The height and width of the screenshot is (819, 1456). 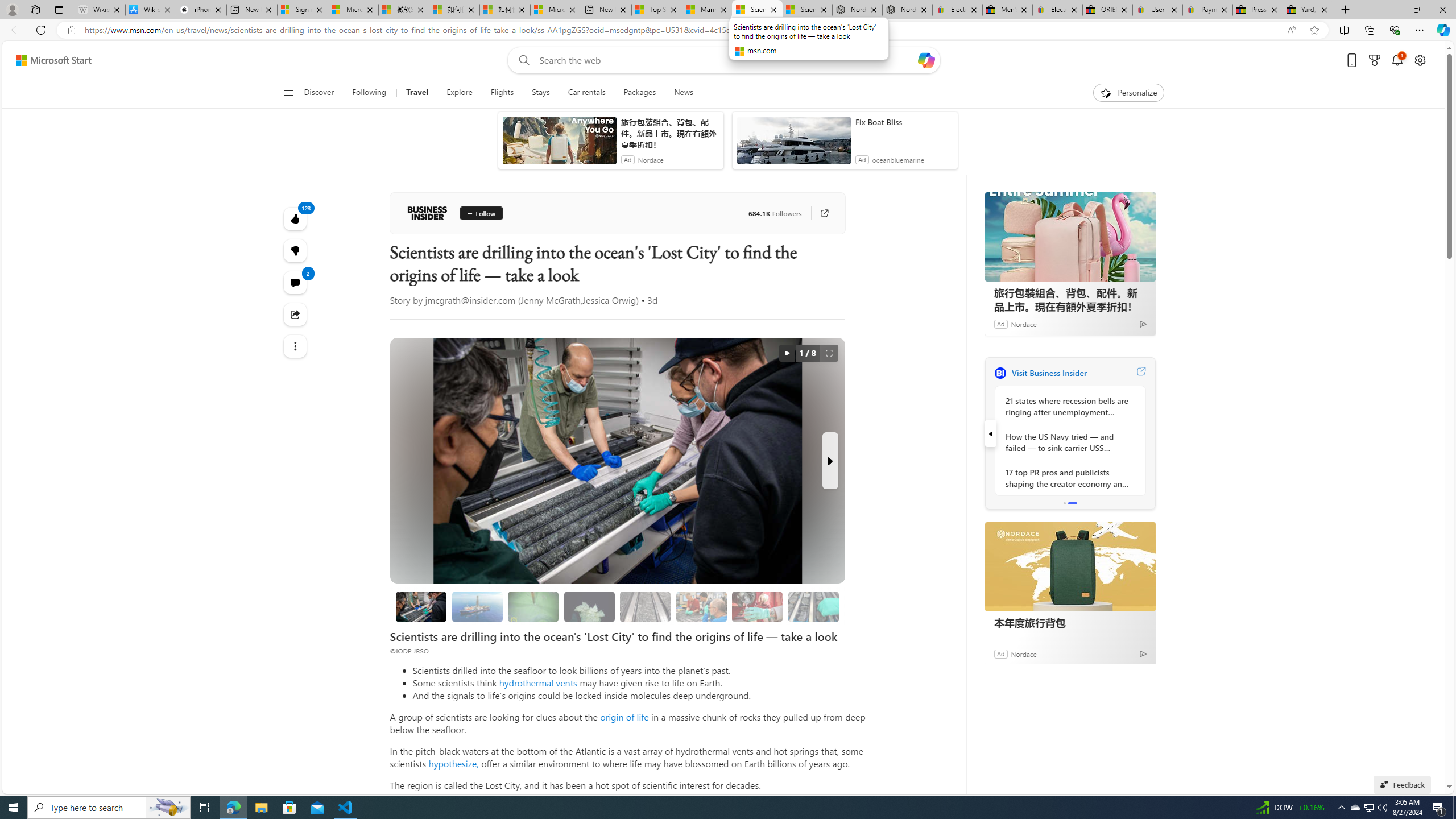 What do you see at coordinates (287, 92) in the screenshot?
I see `'Class: button-glyph'` at bounding box center [287, 92].